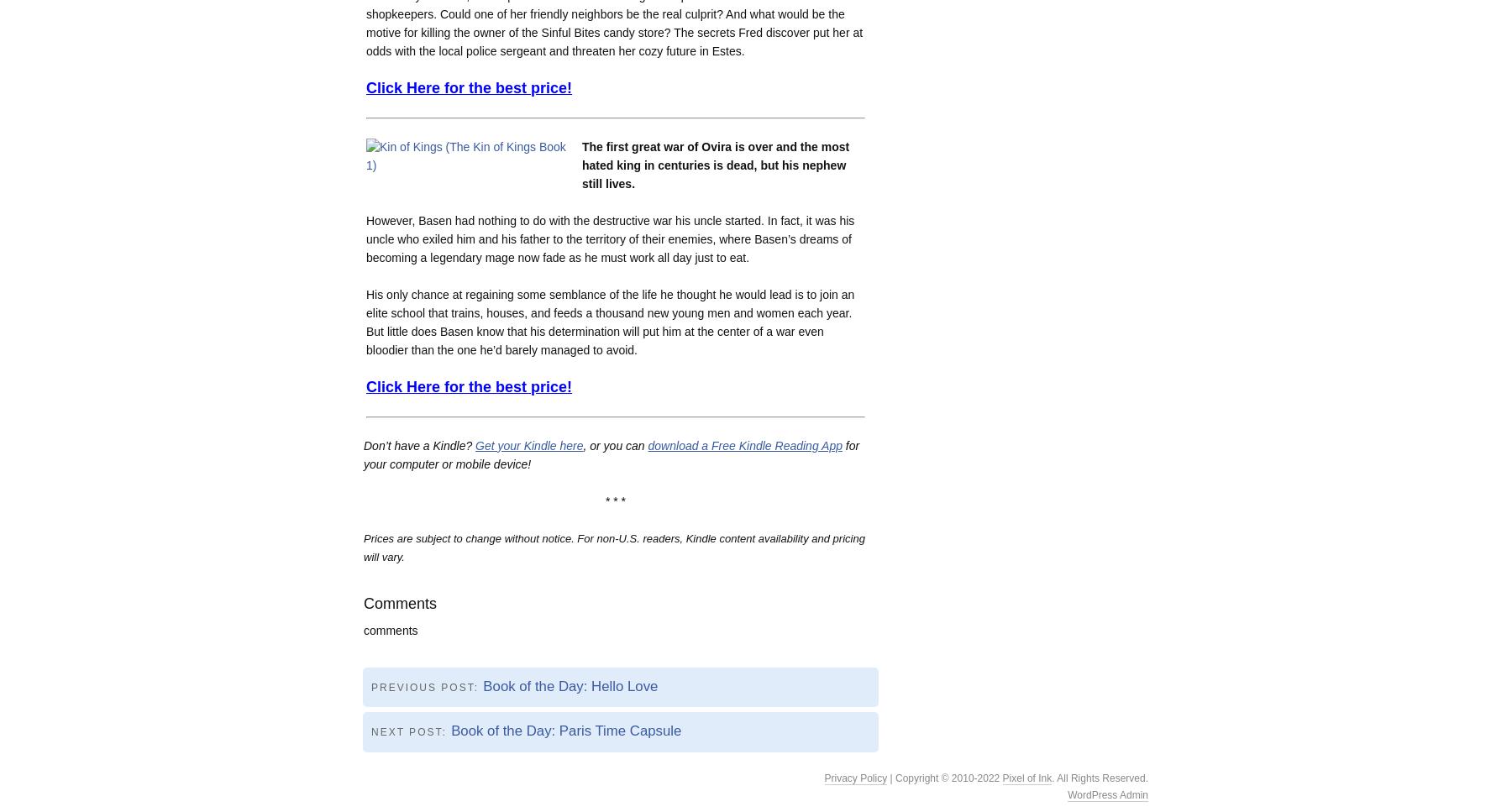 Image resolution: width=1512 pixels, height=812 pixels. What do you see at coordinates (371, 731) in the screenshot?
I see `'Next post:'` at bounding box center [371, 731].